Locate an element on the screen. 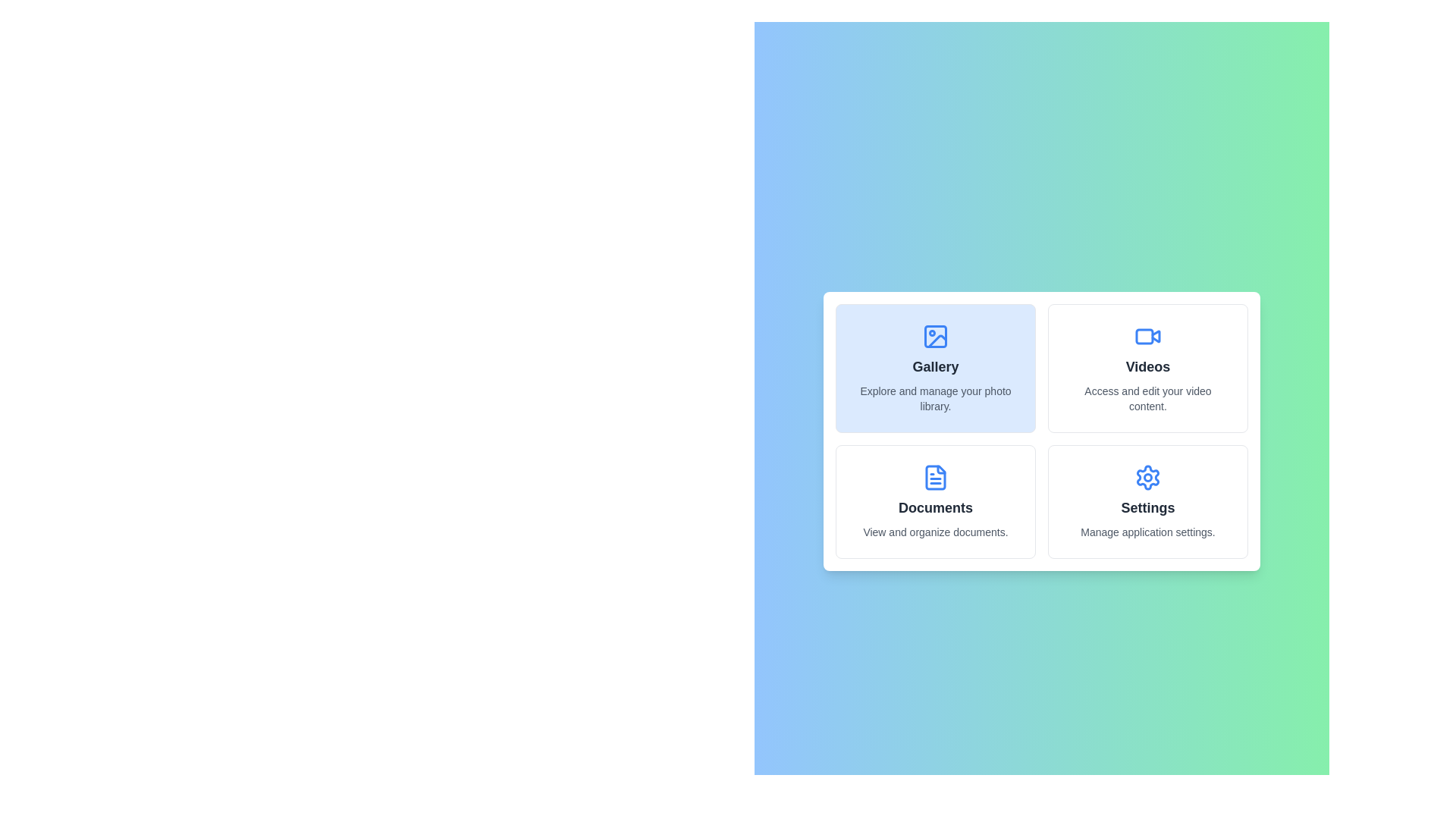  the icon and label for Settings is located at coordinates (1147, 502).